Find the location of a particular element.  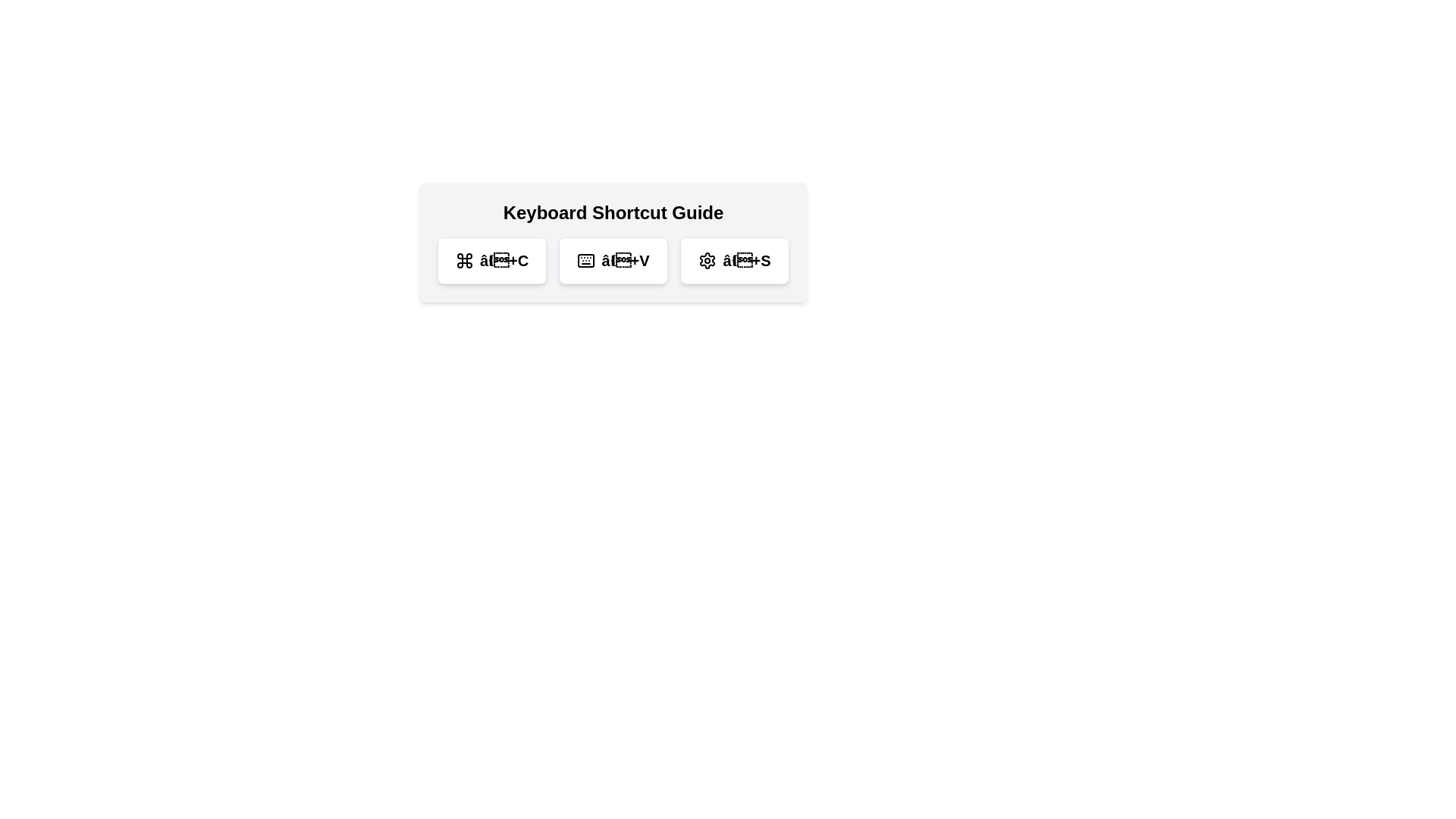

the second button in the horizontal arrangement below the 'Keyboard Shortcut Guide' title is located at coordinates (613, 242).